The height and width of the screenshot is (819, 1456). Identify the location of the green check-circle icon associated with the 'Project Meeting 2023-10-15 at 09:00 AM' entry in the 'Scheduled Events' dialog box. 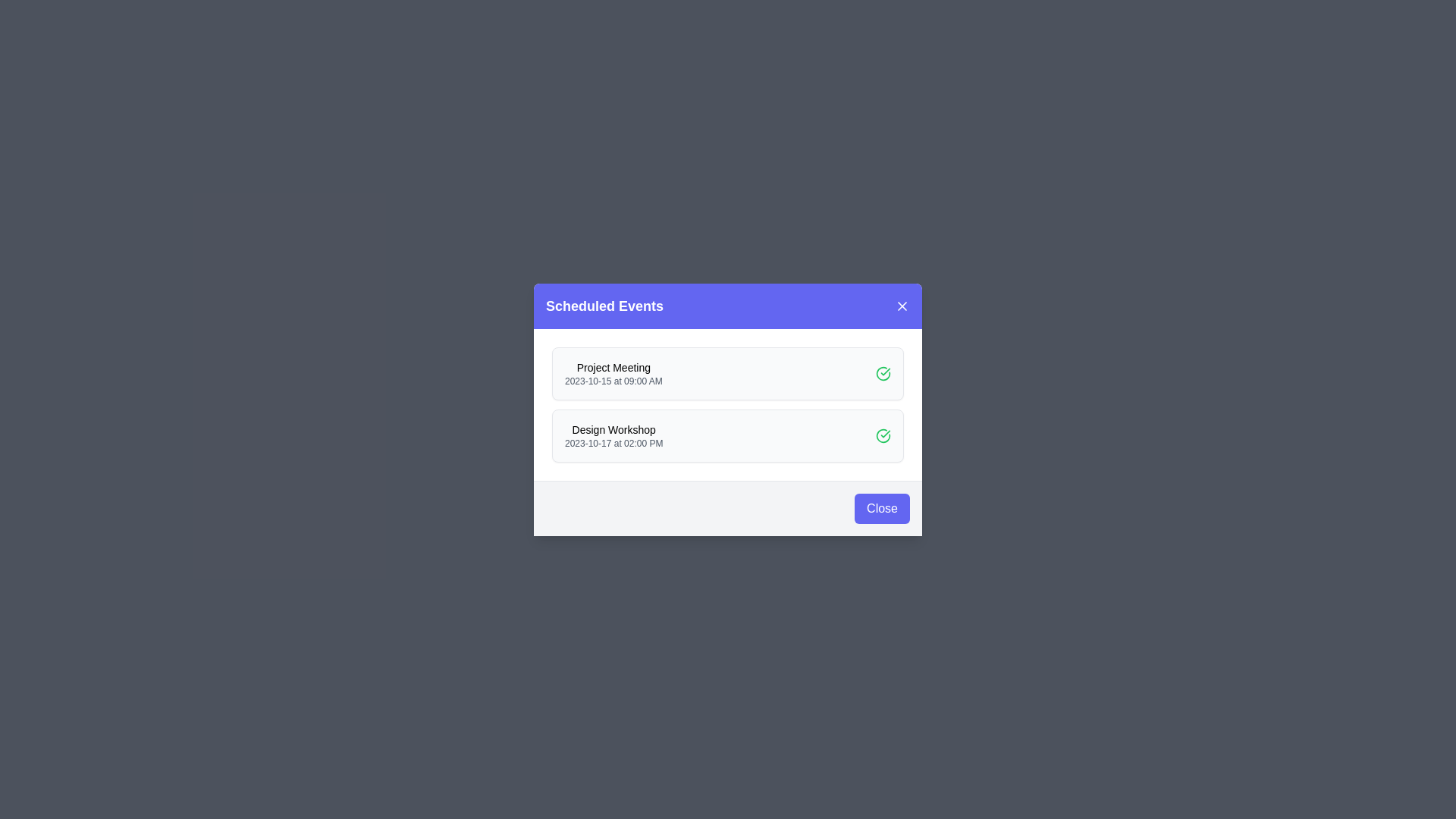
(883, 373).